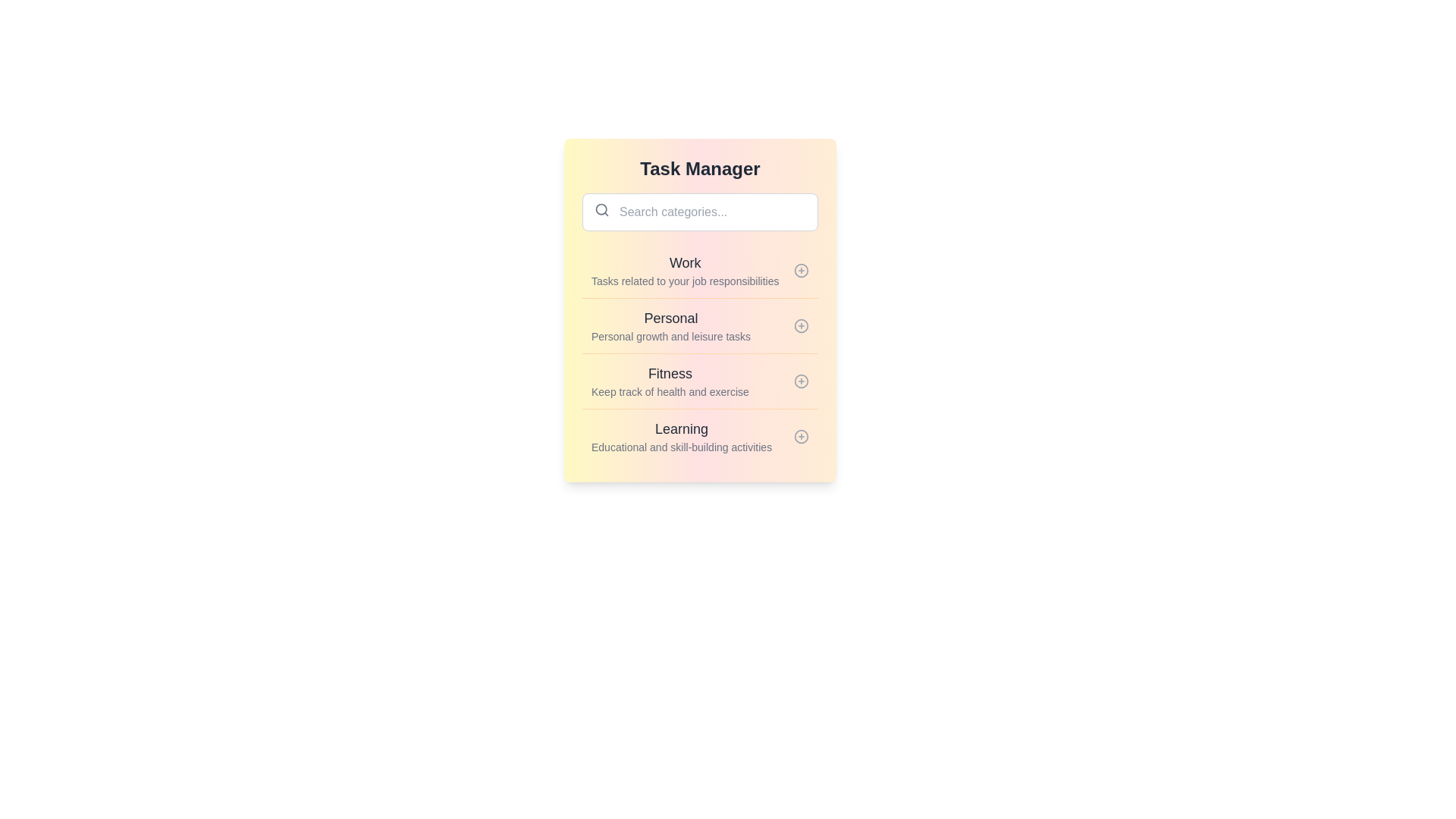 This screenshot has height=819, width=1456. I want to click on the action trigger button icon located on the right-hand side of the 'Learning' section, near the text 'Educational and skill-building activities', so click(800, 436).